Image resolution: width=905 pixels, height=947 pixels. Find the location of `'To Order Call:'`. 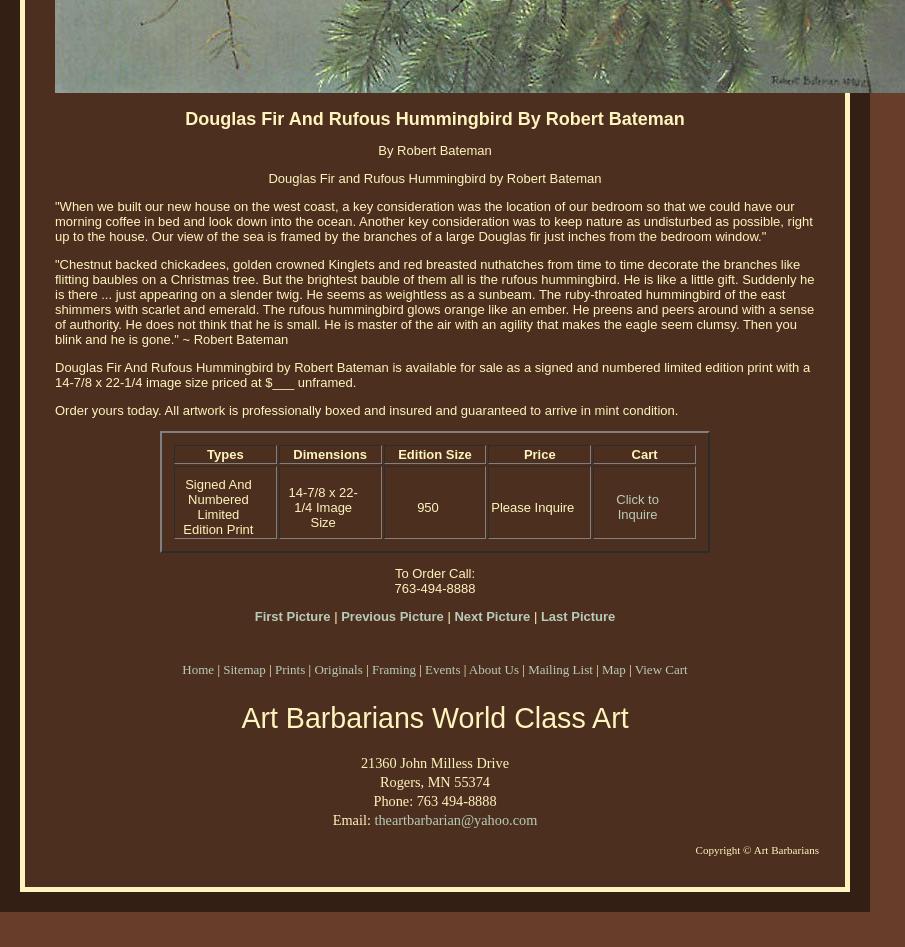

'To Order Call:' is located at coordinates (433, 573).